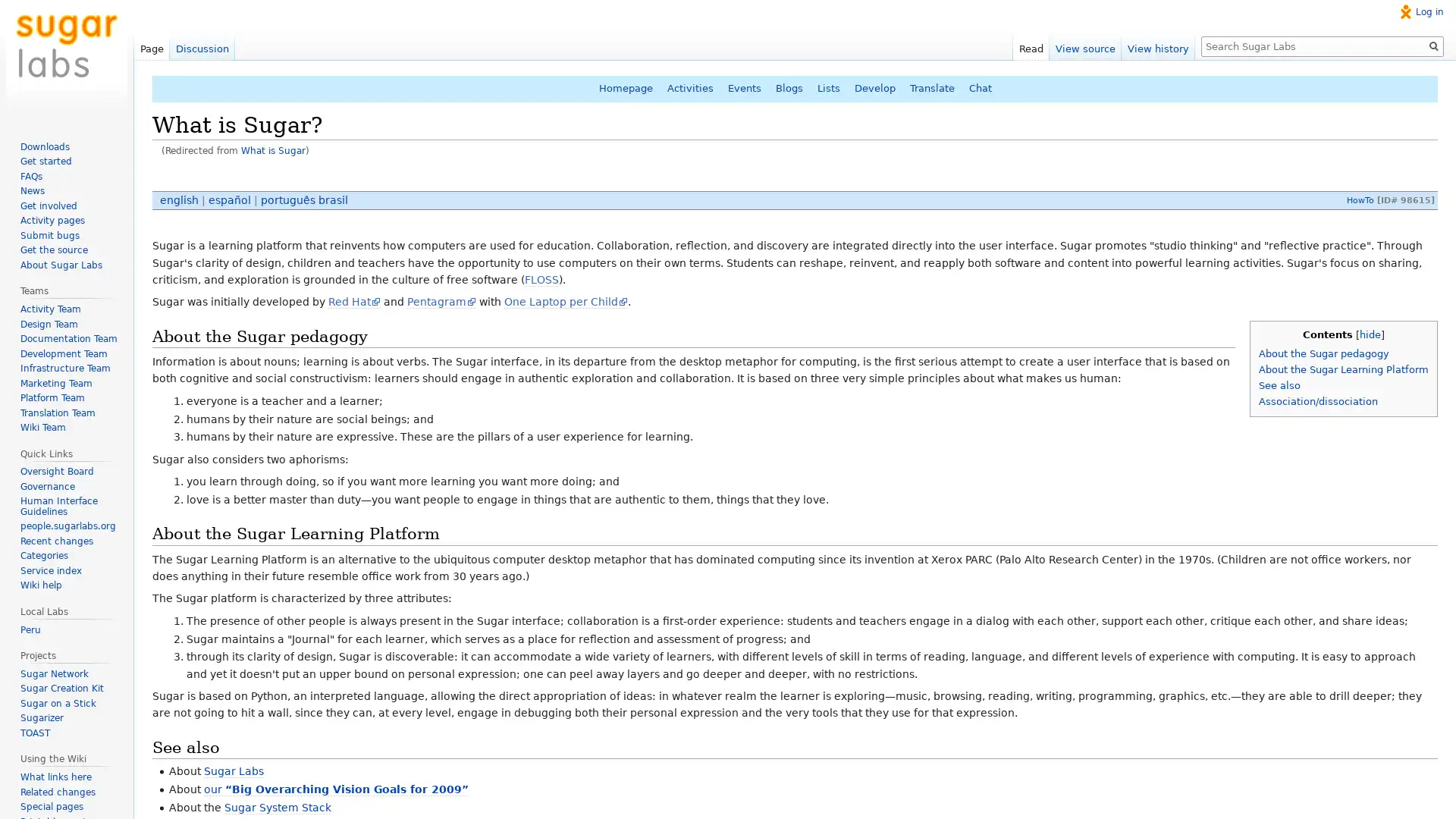  What do you see at coordinates (1433, 45) in the screenshot?
I see `Search` at bounding box center [1433, 45].